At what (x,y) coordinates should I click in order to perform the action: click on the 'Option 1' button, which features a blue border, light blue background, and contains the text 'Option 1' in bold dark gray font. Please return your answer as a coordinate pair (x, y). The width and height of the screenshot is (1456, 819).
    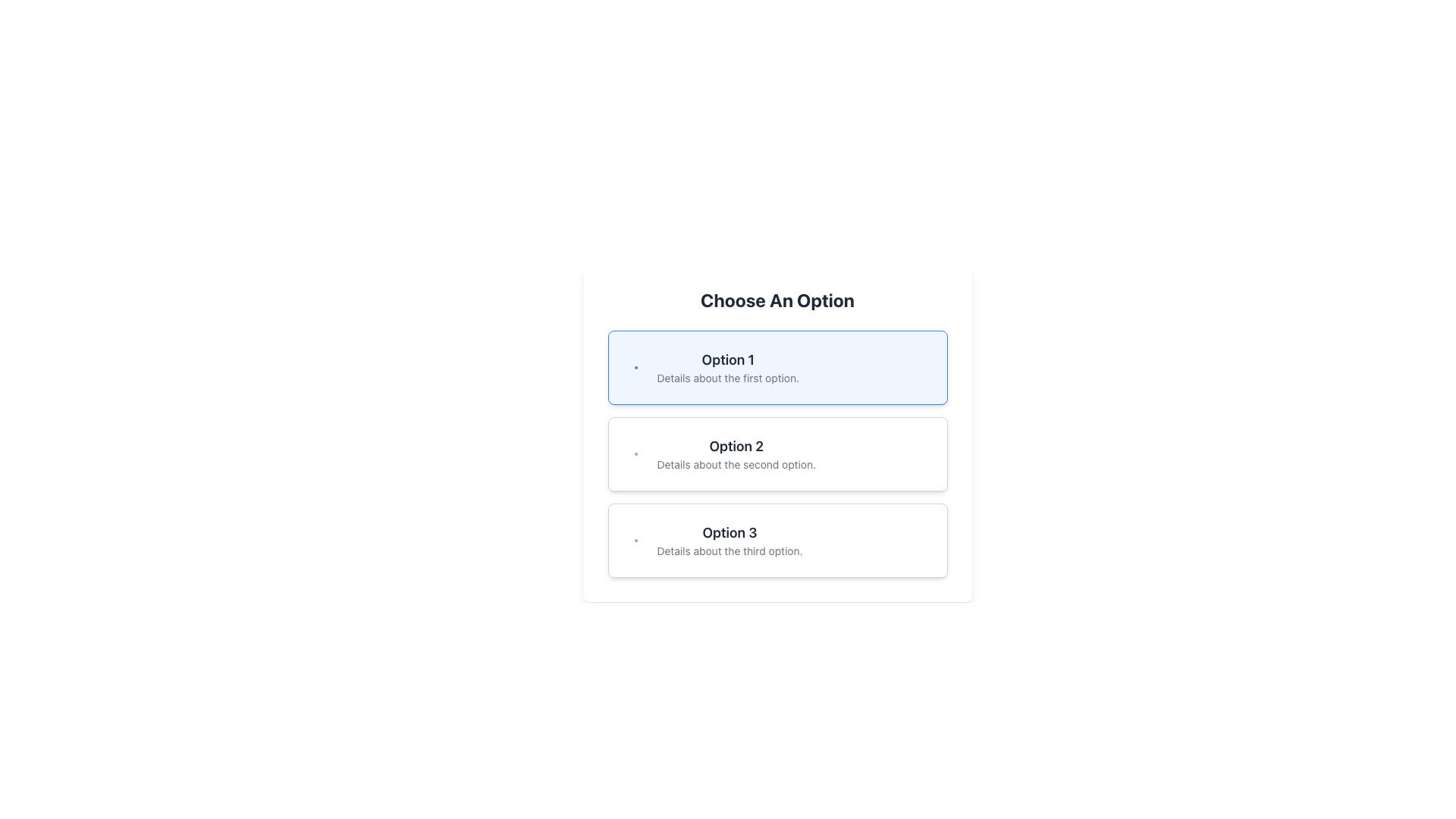
    Looking at the image, I should click on (777, 368).